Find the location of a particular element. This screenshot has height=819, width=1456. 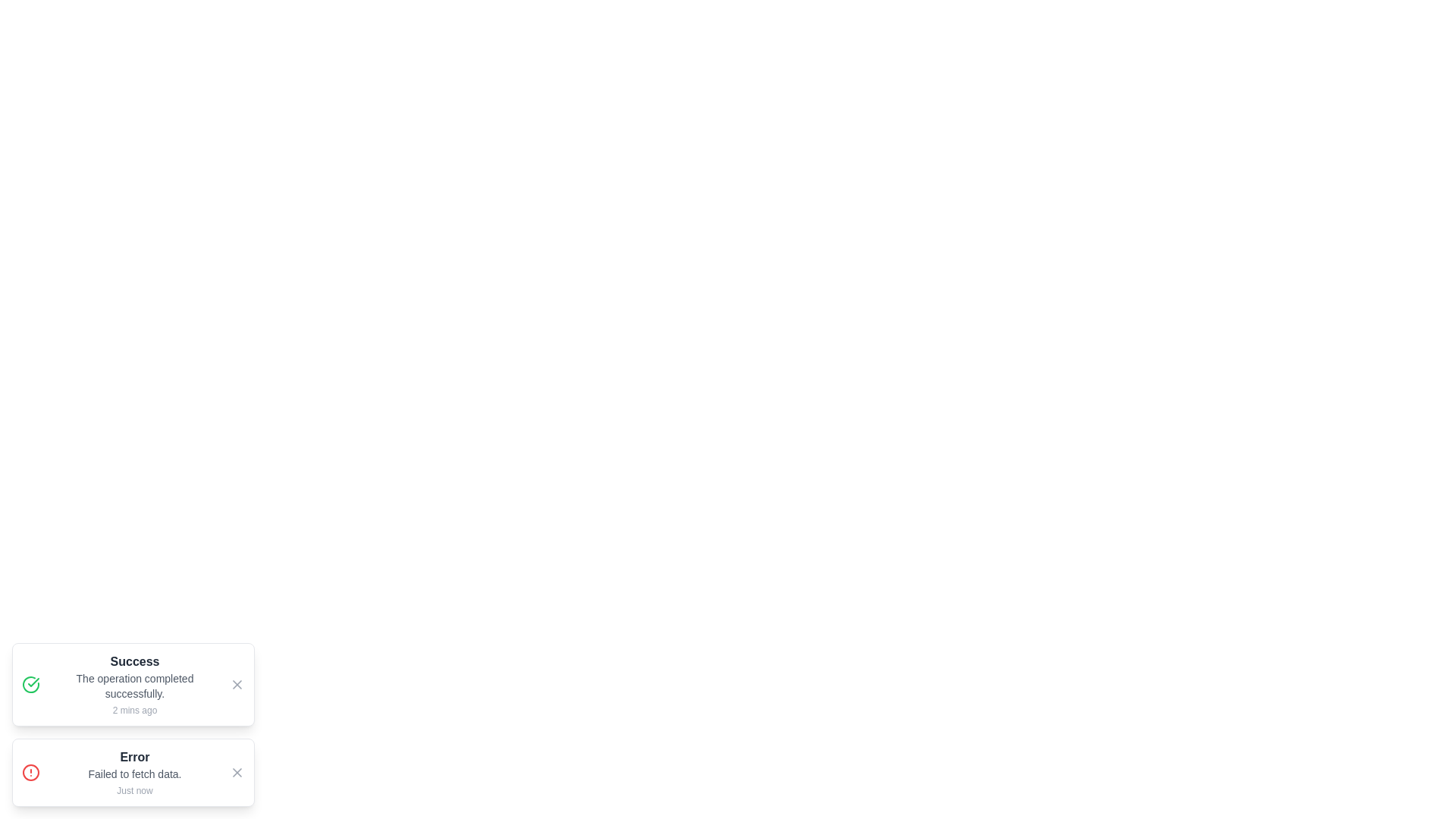

the small gray 'X' icon button located at the top-right corner of the notification card is located at coordinates (236, 772).